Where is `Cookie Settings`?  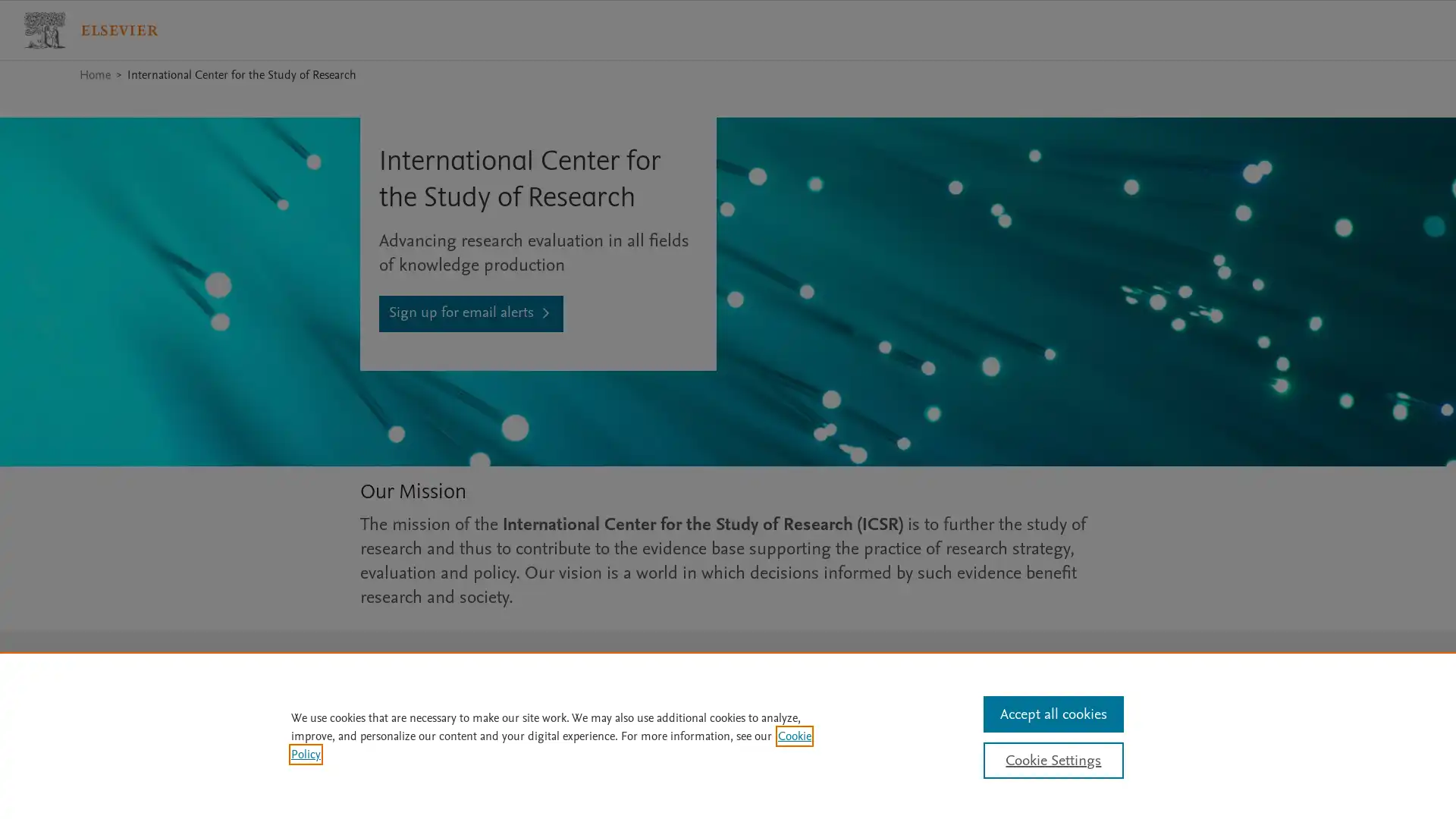
Cookie Settings is located at coordinates (1052, 760).